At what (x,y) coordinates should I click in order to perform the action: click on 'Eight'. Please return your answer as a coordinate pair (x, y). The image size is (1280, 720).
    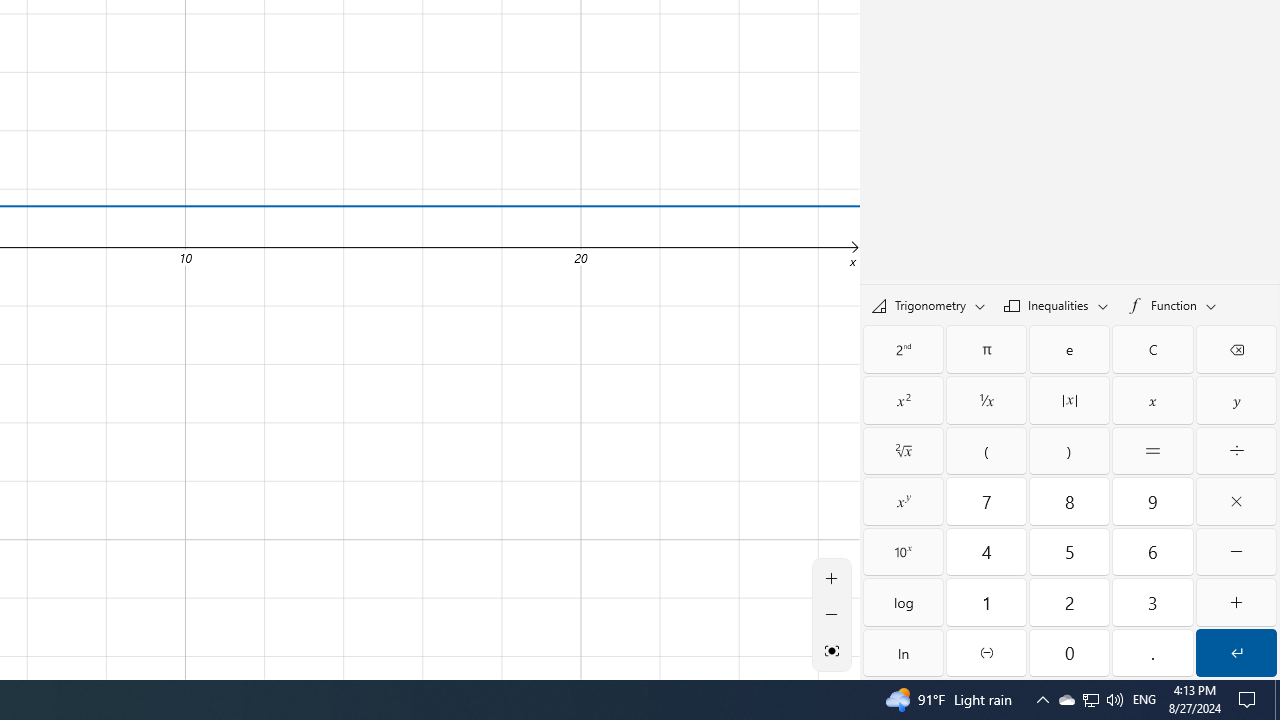
    Looking at the image, I should click on (1068, 500).